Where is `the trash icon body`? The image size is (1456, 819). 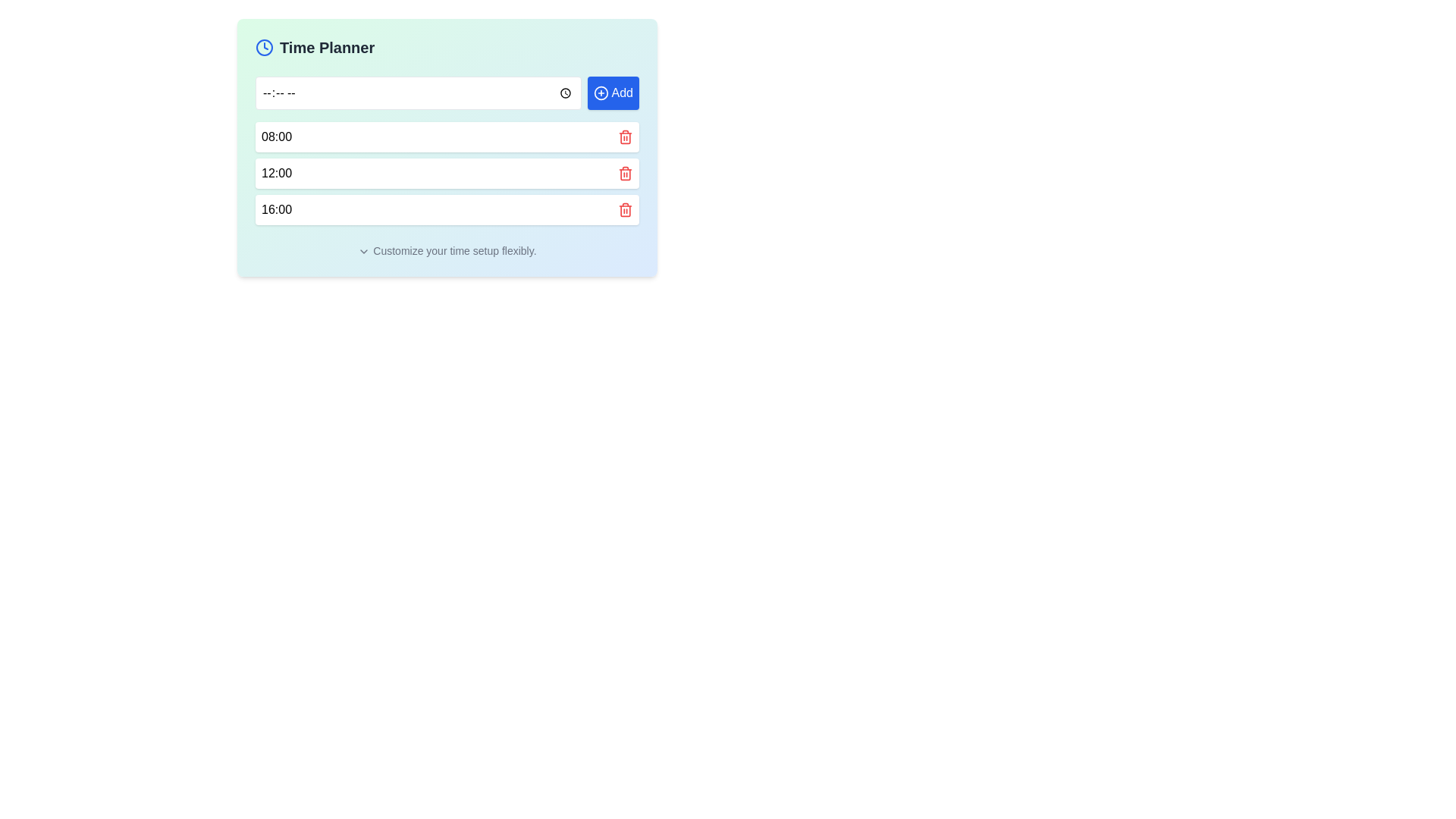
the trash icon body is located at coordinates (626, 137).